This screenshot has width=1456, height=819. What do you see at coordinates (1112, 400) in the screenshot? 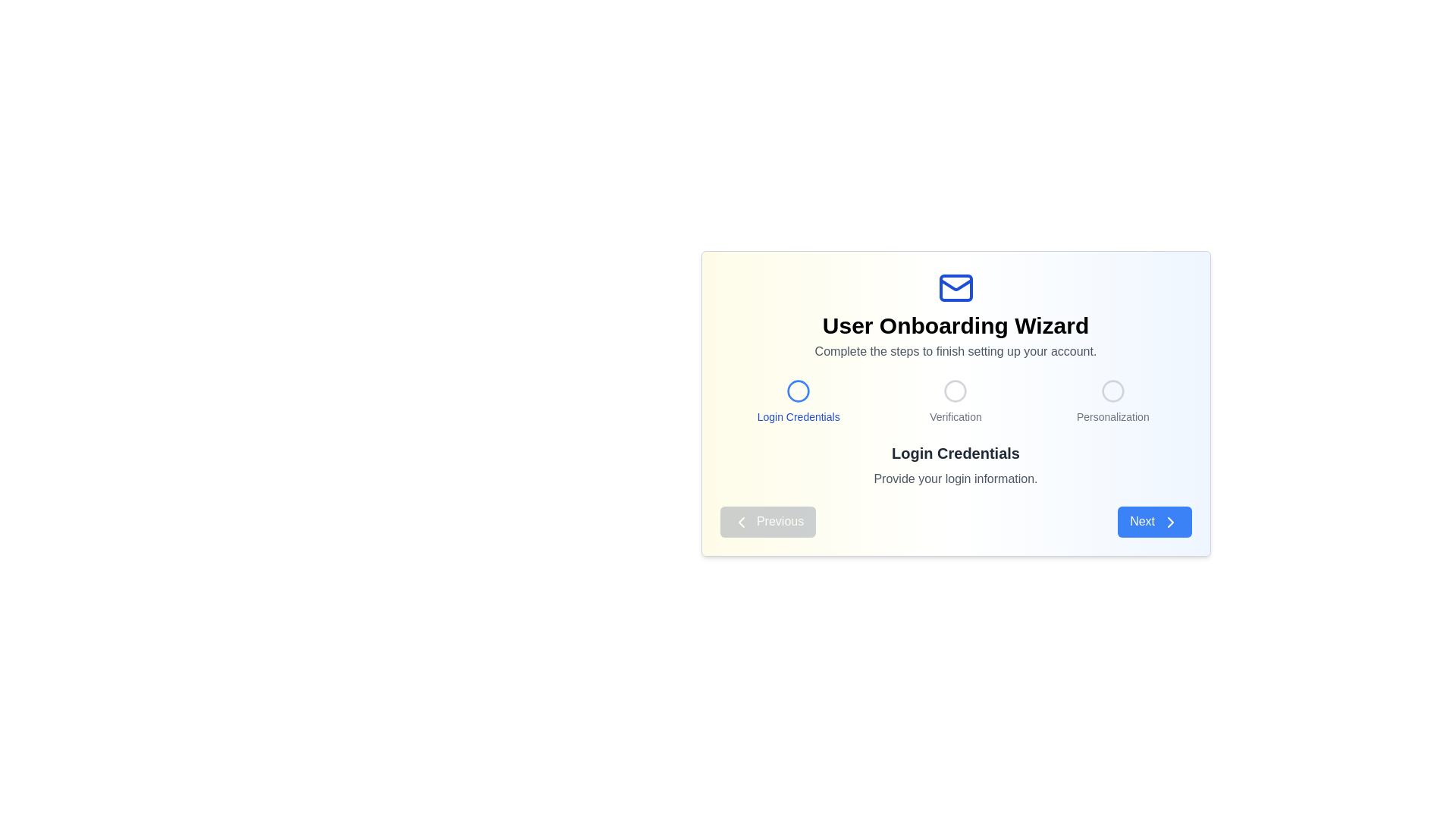
I see `the 'Personalization' step indicator, which is the third step in a multi-step wizard` at bounding box center [1112, 400].